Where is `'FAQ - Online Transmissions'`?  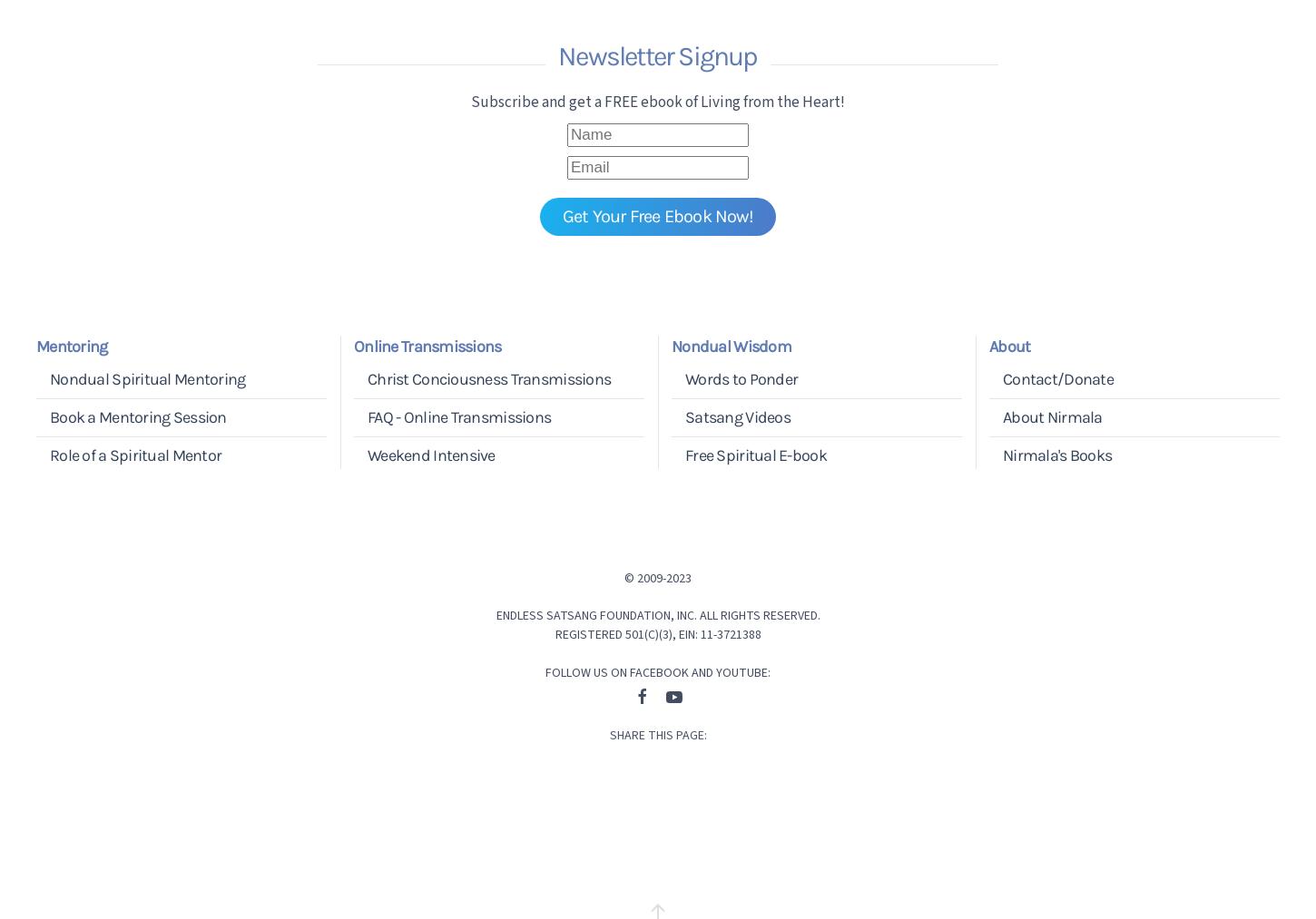
'FAQ - Online Transmissions' is located at coordinates (366, 416).